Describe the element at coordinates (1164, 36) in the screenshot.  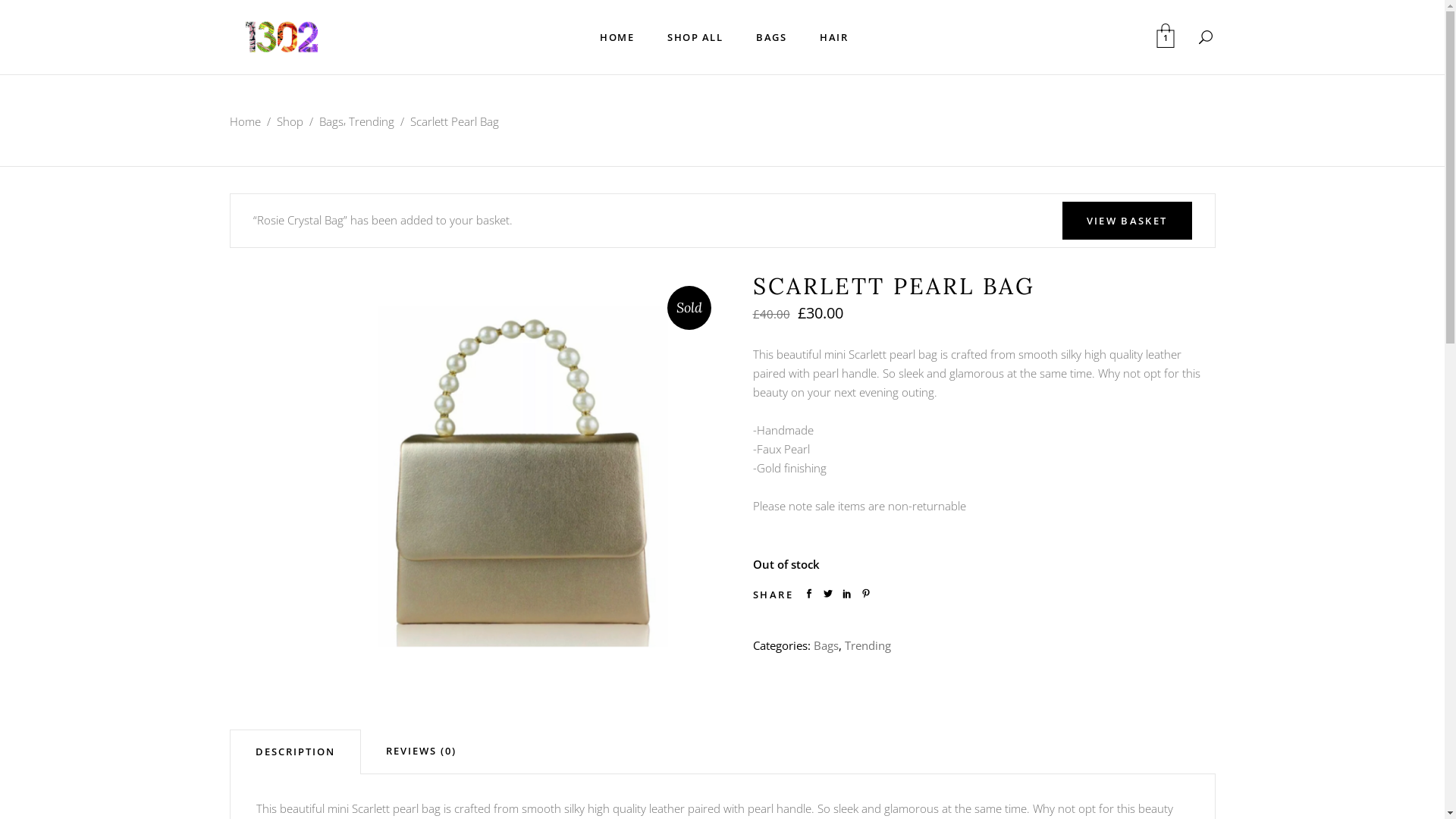
I see `'1'` at that location.